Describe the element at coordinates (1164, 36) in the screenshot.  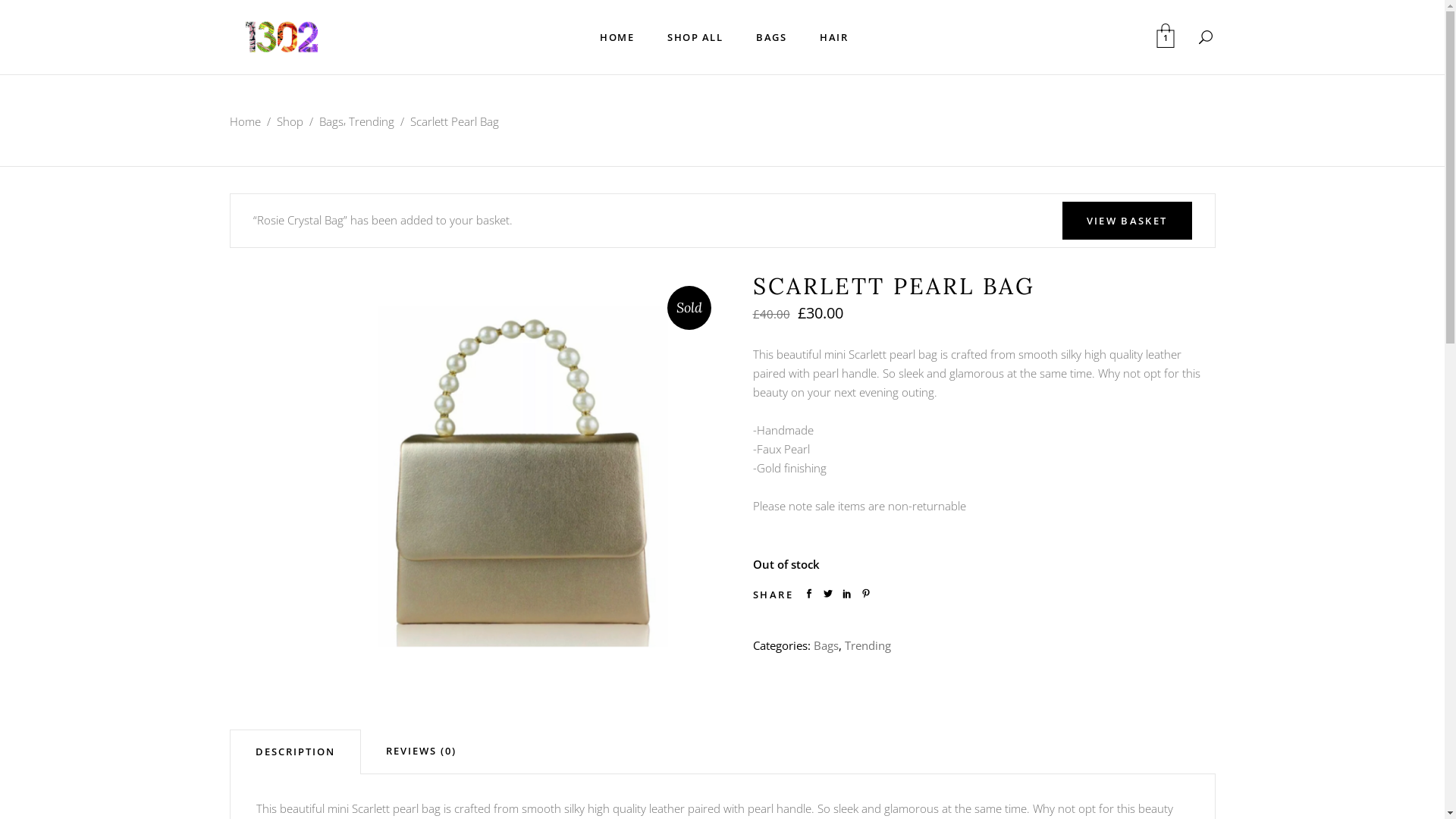
I see `'1'` at that location.